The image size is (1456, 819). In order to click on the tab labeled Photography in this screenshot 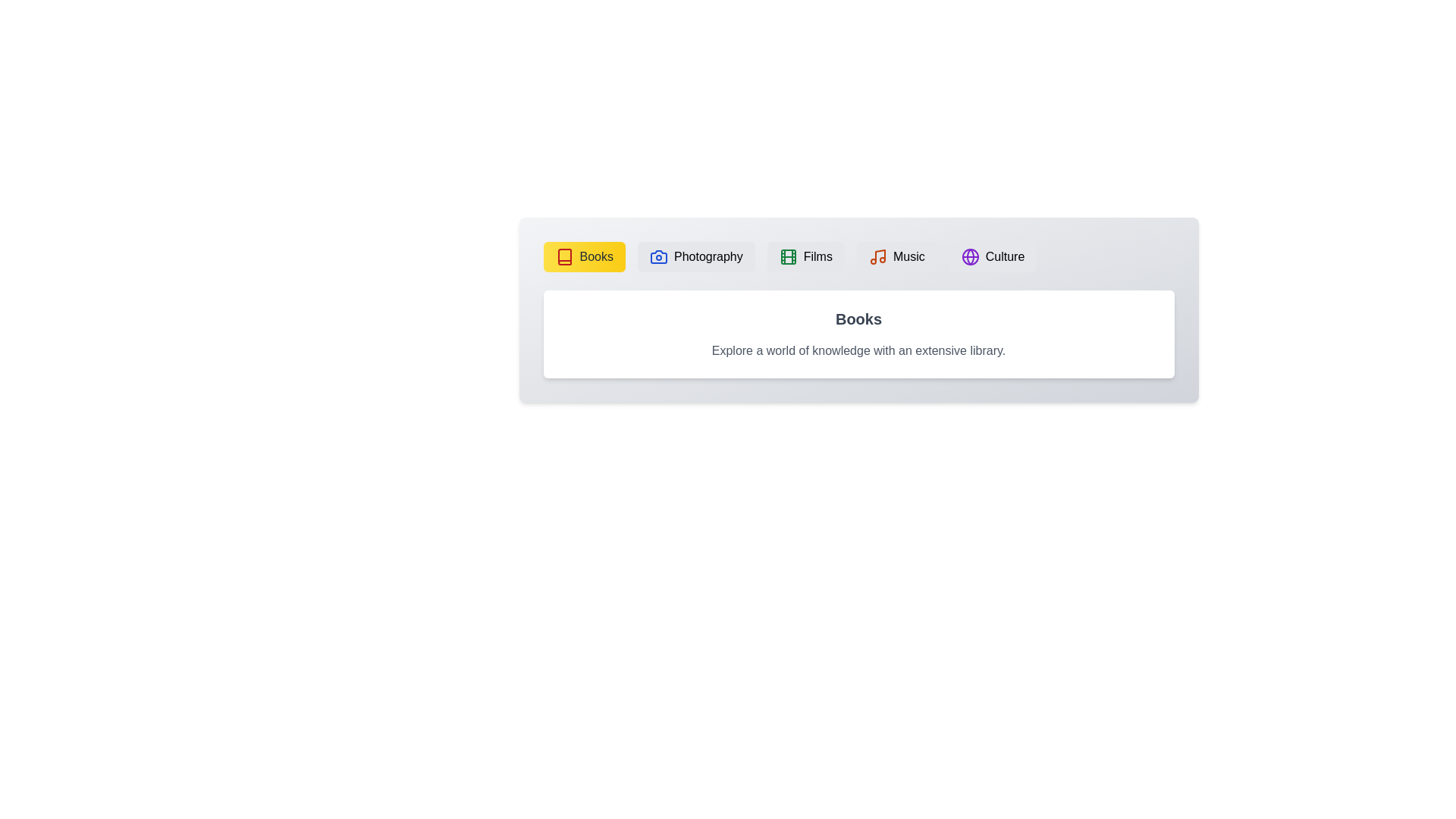, I will do `click(695, 256)`.